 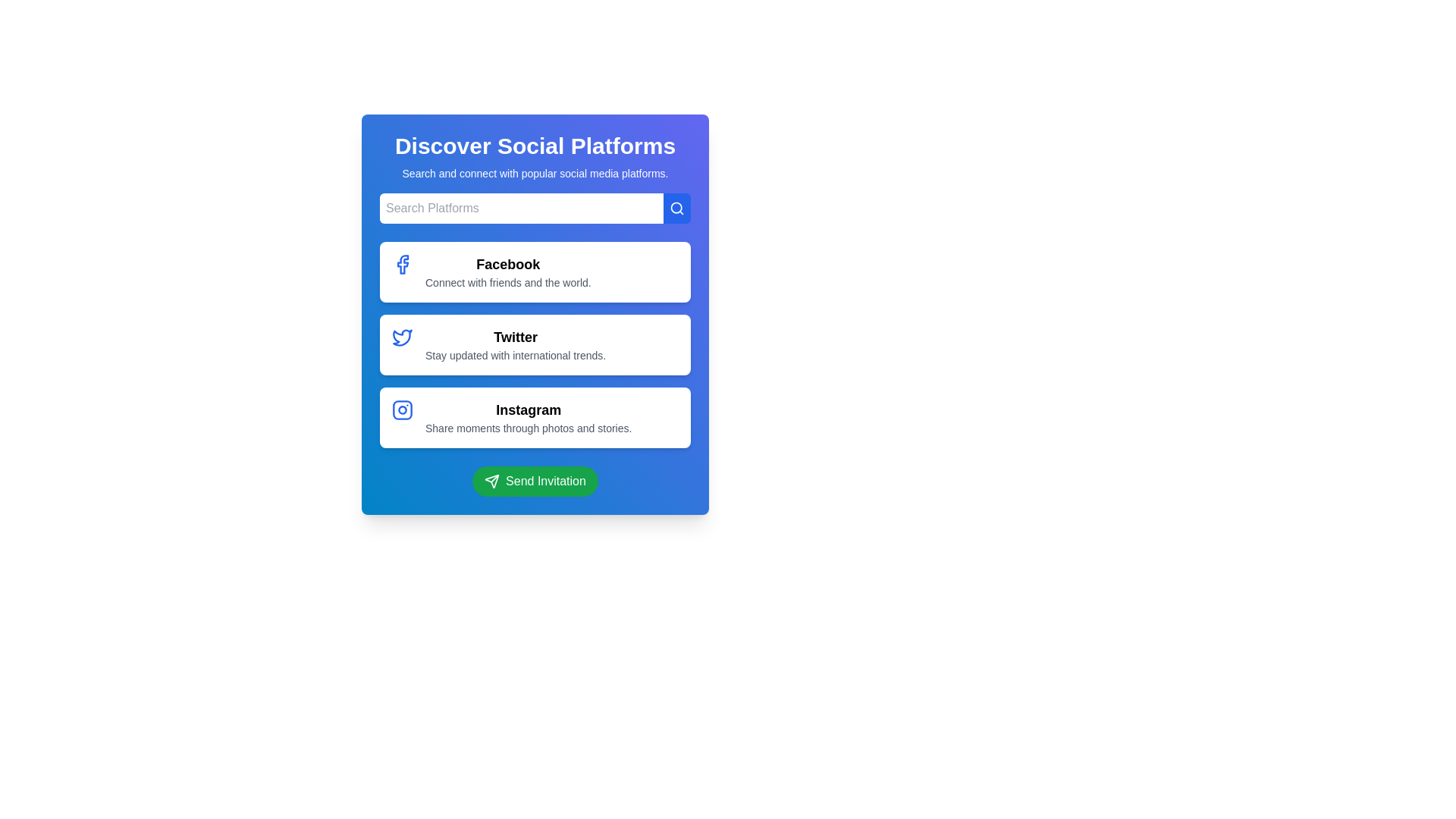 What do you see at coordinates (516, 356) in the screenshot?
I see `the Text label that describes the Twitter platform, located below the 'Twitter' text in the blue card interface` at bounding box center [516, 356].